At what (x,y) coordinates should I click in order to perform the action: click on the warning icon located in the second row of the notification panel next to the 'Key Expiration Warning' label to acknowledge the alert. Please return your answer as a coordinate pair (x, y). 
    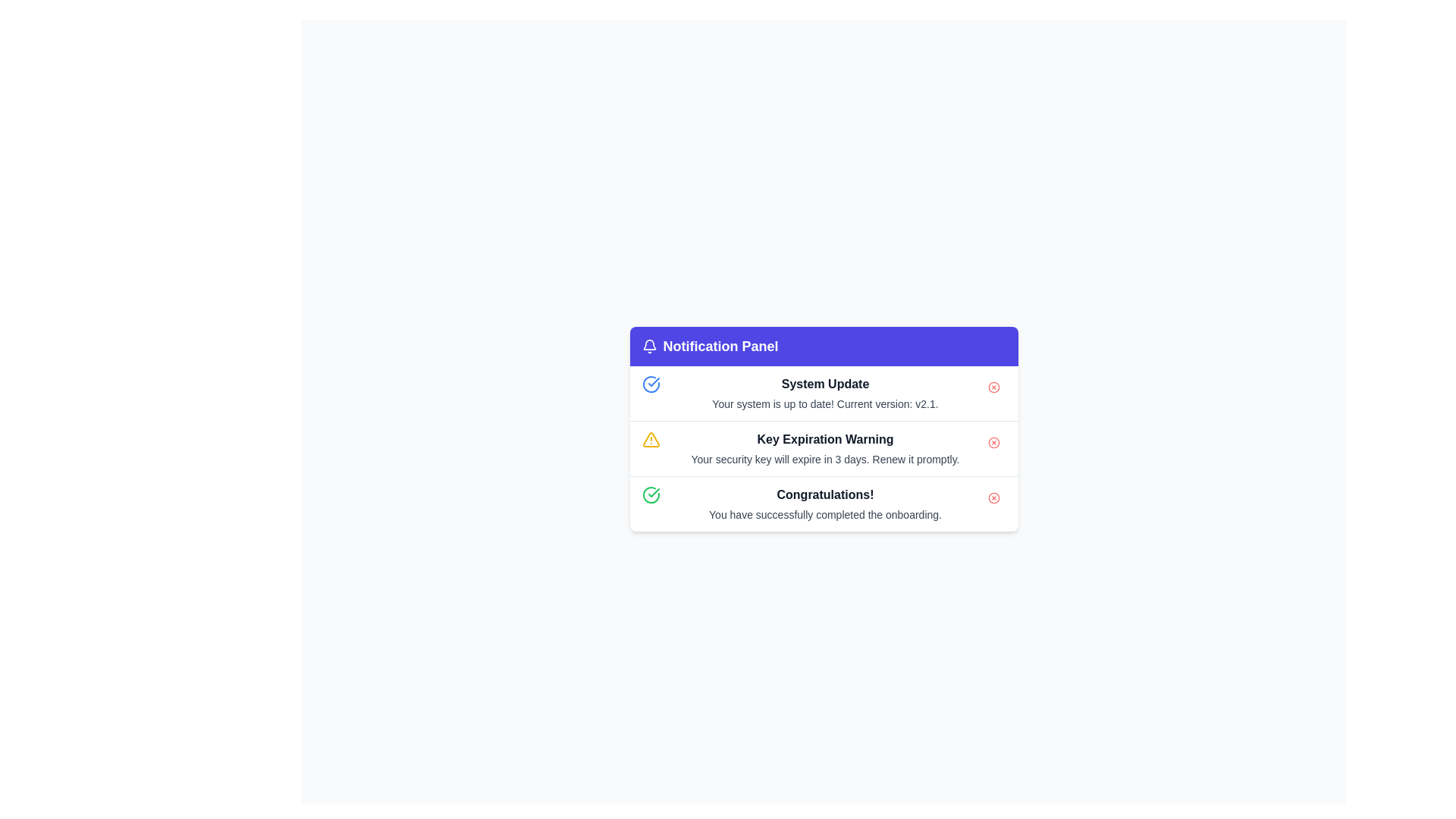
    Looking at the image, I should click on (651, 439).